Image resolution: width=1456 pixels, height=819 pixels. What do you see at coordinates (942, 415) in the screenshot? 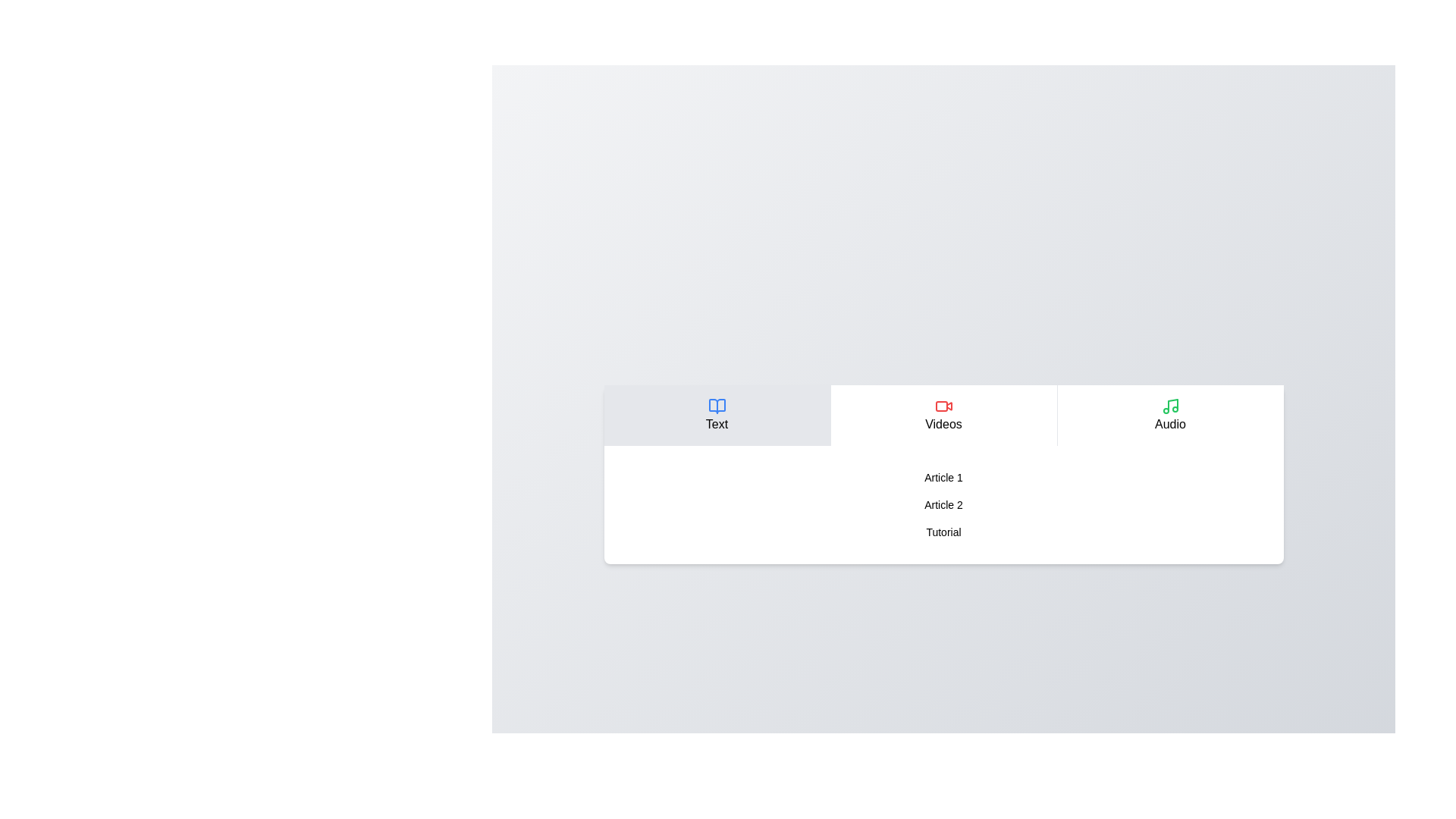
I see `the Videos tab` at bounding box center [942, 415].